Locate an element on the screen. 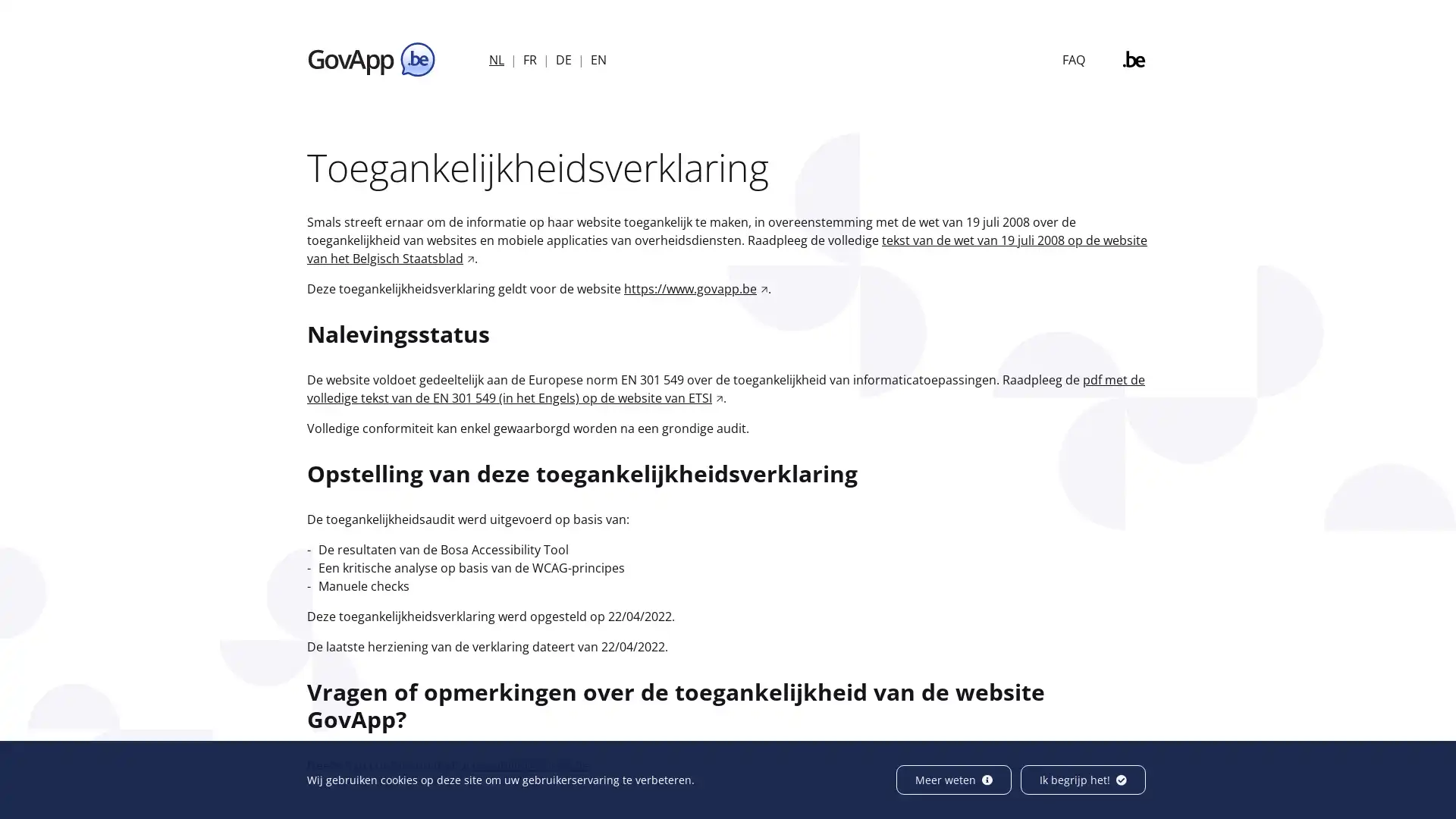 The image size is (1456, 819). Ik begrijp het! is located at coordinates (1082, 780).